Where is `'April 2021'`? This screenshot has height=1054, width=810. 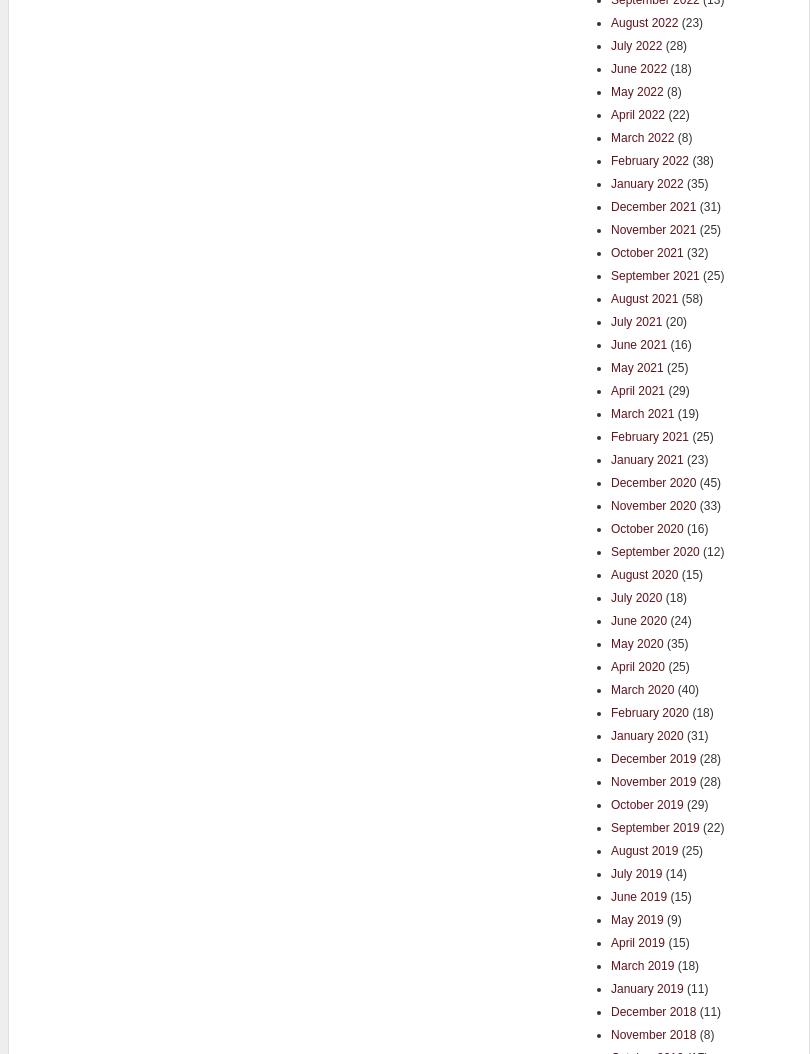 'April 2021' is located at coordinates (637, 388).